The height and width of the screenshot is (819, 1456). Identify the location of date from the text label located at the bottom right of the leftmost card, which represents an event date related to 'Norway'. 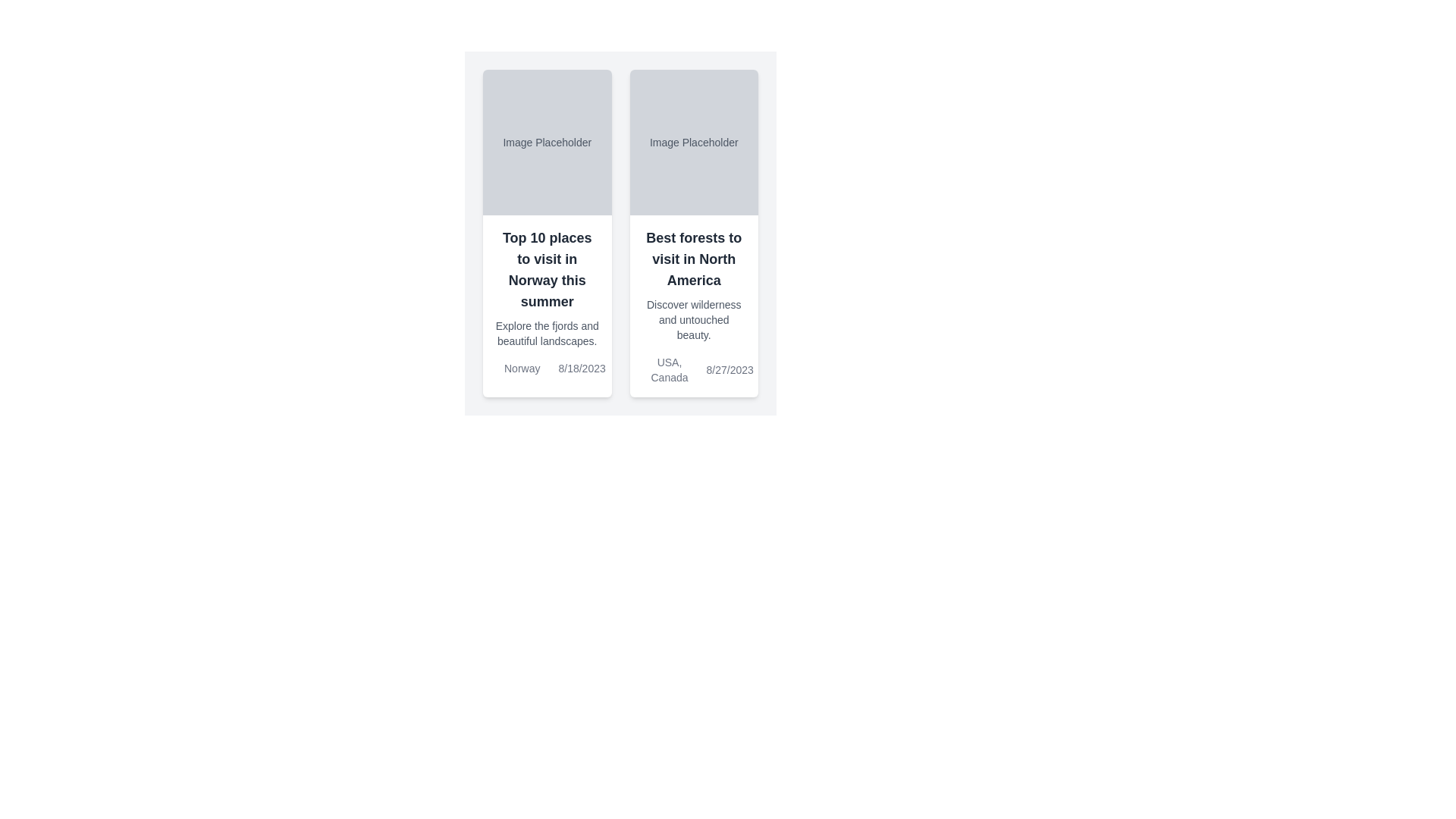
(581, 369).